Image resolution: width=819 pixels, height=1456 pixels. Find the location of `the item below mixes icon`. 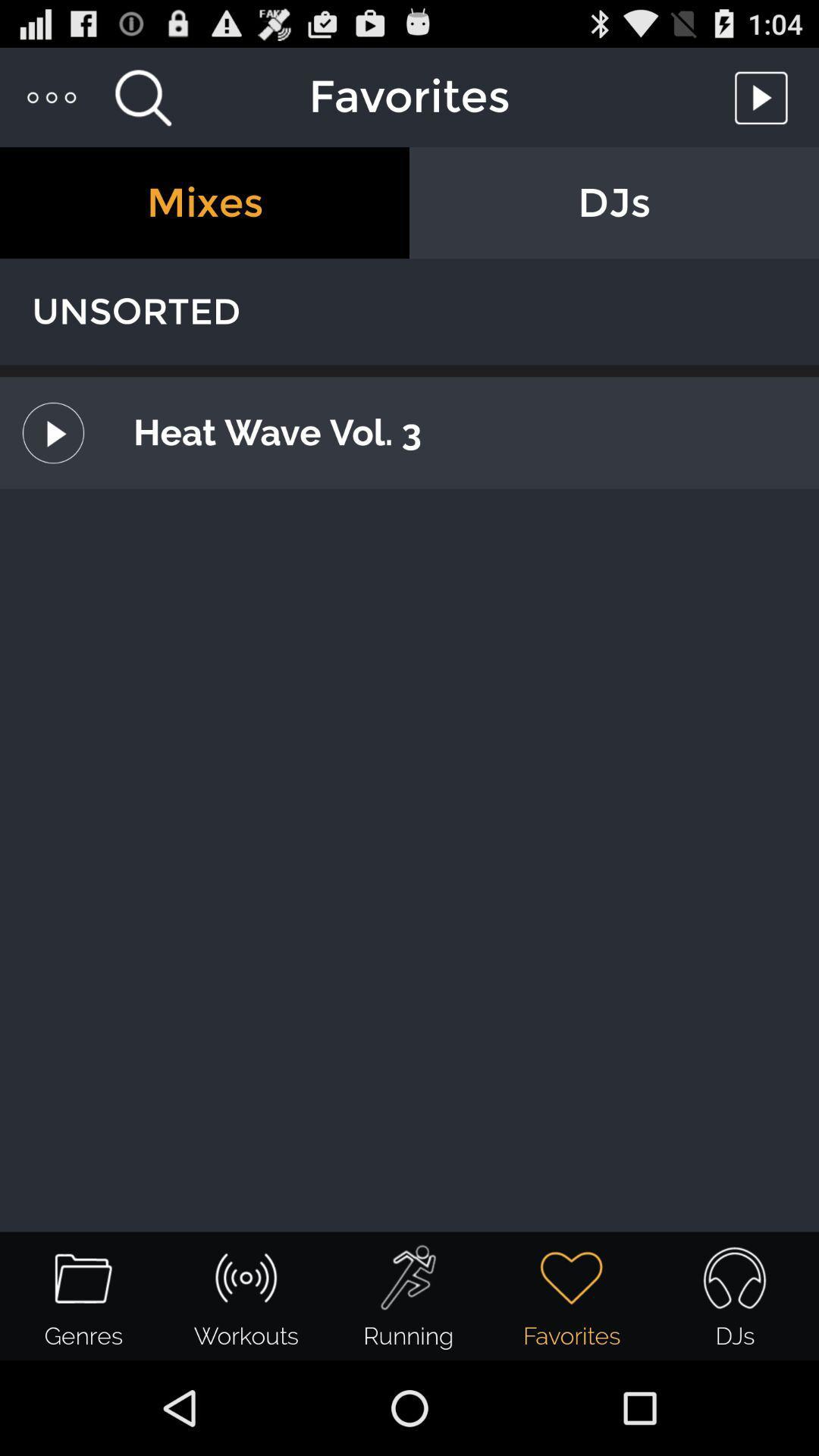

the item below mixes icon is located at coordinates (409, 311).